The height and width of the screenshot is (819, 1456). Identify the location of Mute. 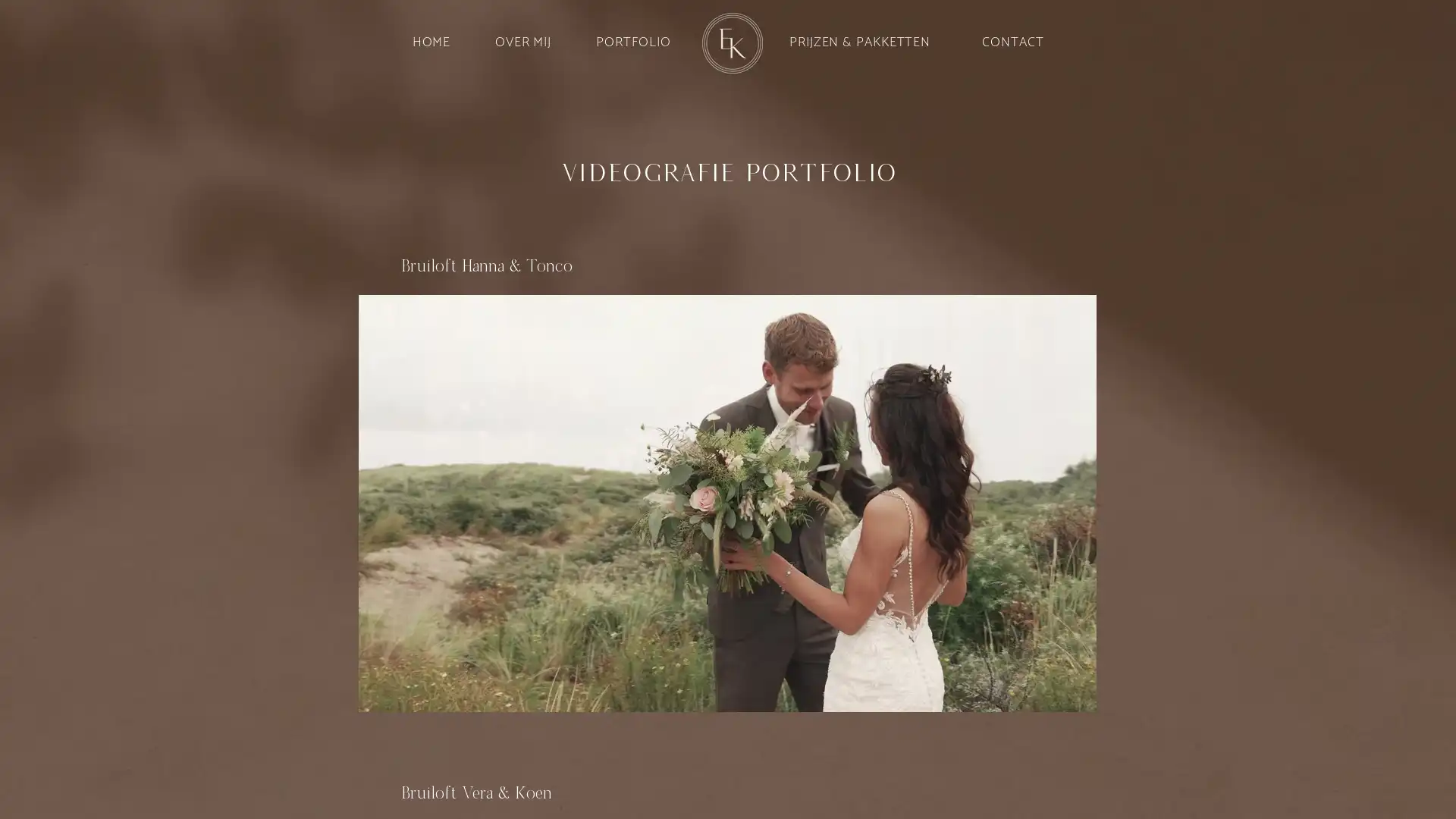
(1076, 695).